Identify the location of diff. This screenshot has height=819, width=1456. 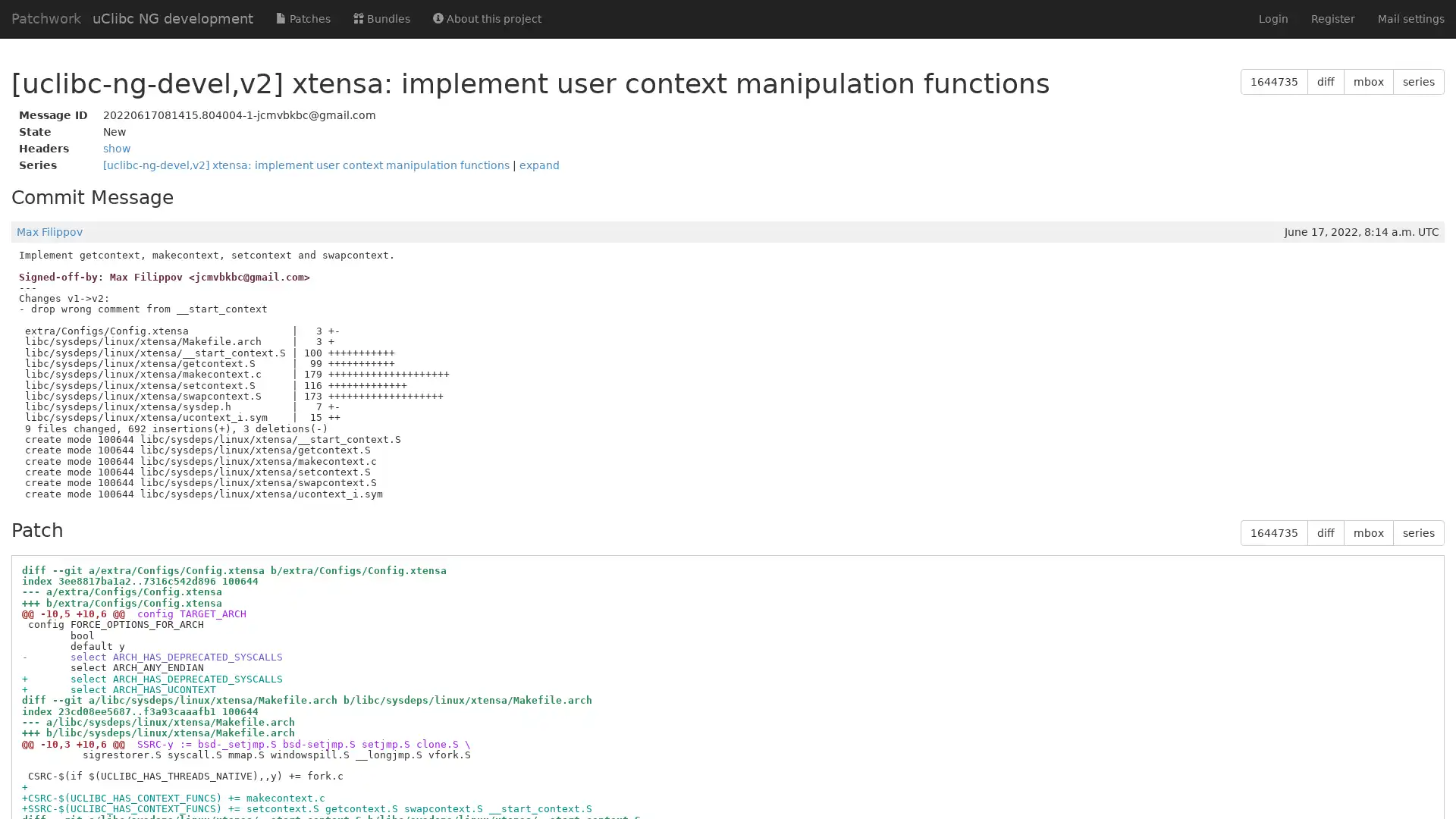
(1325, 532).